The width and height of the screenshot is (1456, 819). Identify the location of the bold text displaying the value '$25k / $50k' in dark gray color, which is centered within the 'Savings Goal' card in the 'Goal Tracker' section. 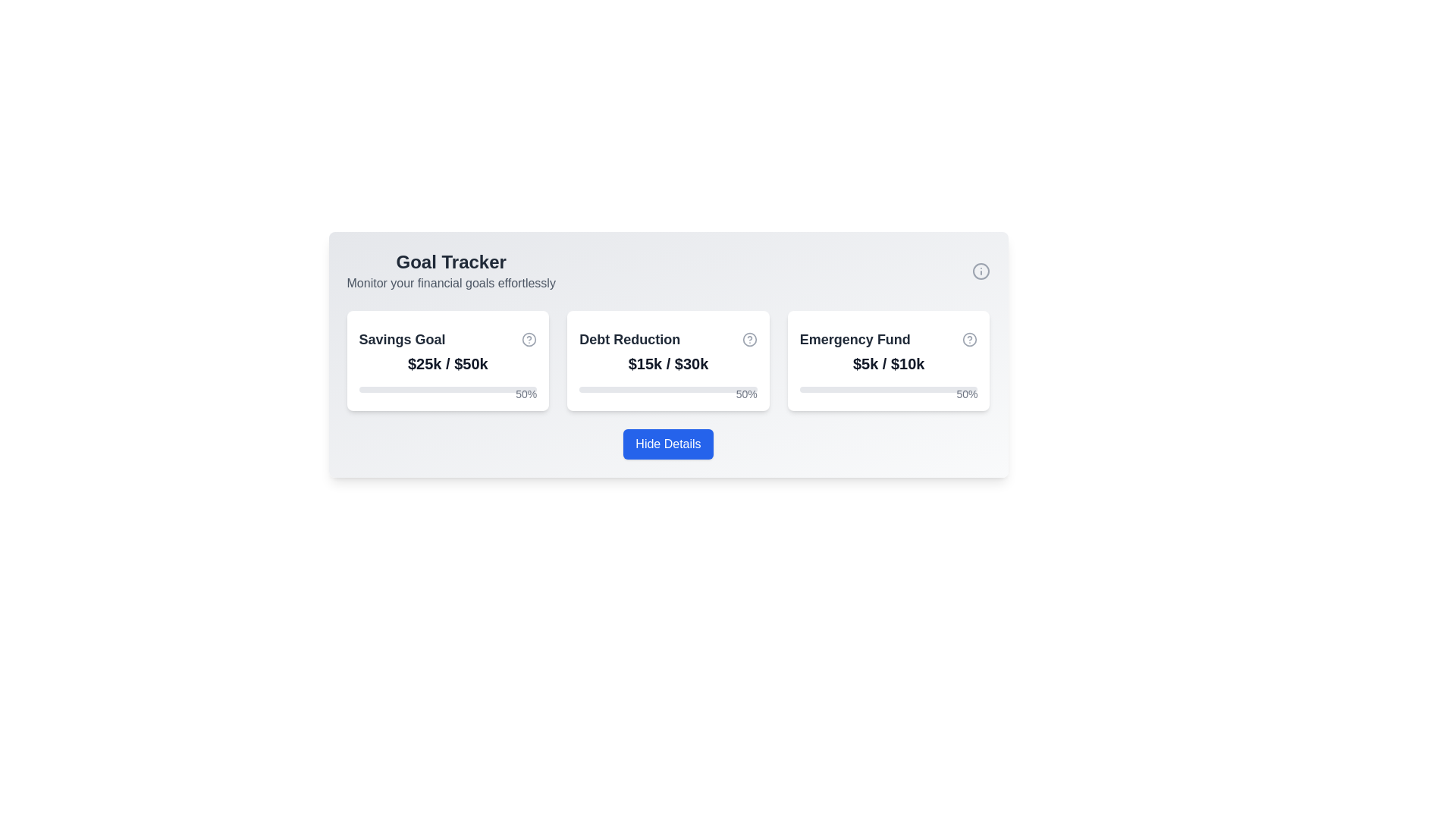
(447, 363).